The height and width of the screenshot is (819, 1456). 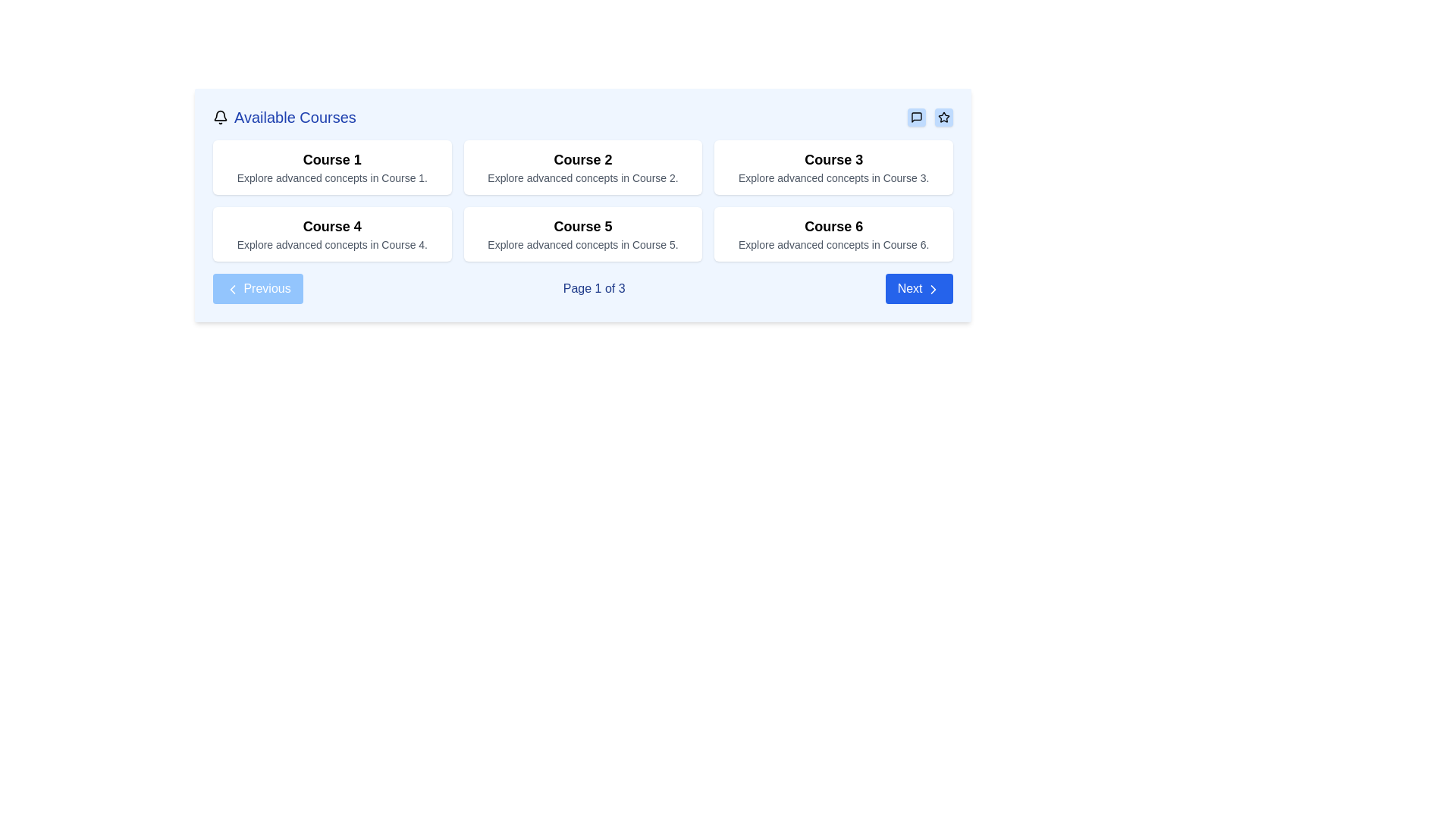 I want to click on the informational card displaying the title and description of a course, located in the upper right corner of the grid layout, specifically the third card in the top row, so click(x=833, y=167).